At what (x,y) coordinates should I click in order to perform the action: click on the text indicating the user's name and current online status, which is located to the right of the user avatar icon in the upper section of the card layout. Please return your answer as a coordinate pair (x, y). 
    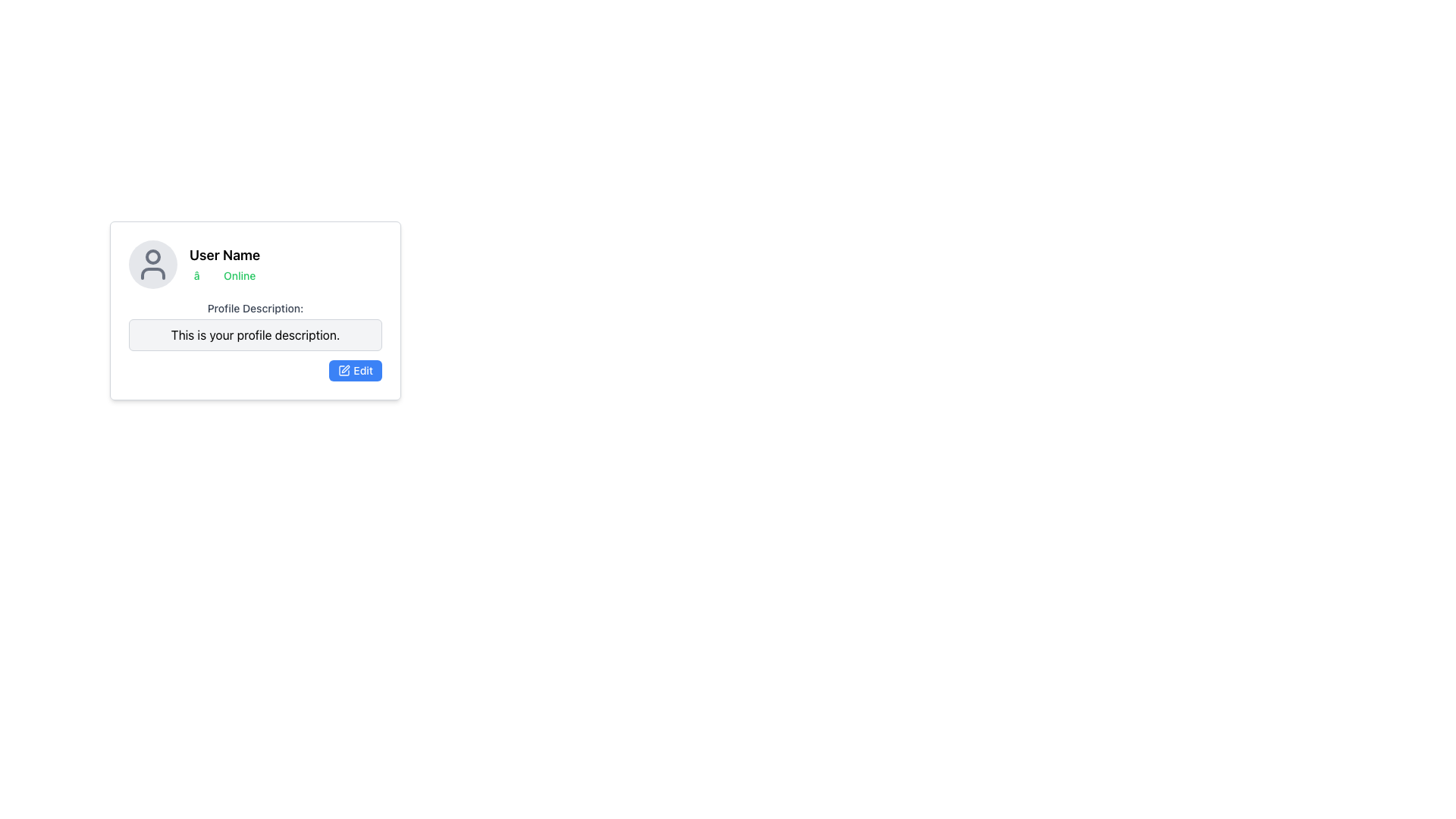
    Looking at the image, I should click on (224, 263).